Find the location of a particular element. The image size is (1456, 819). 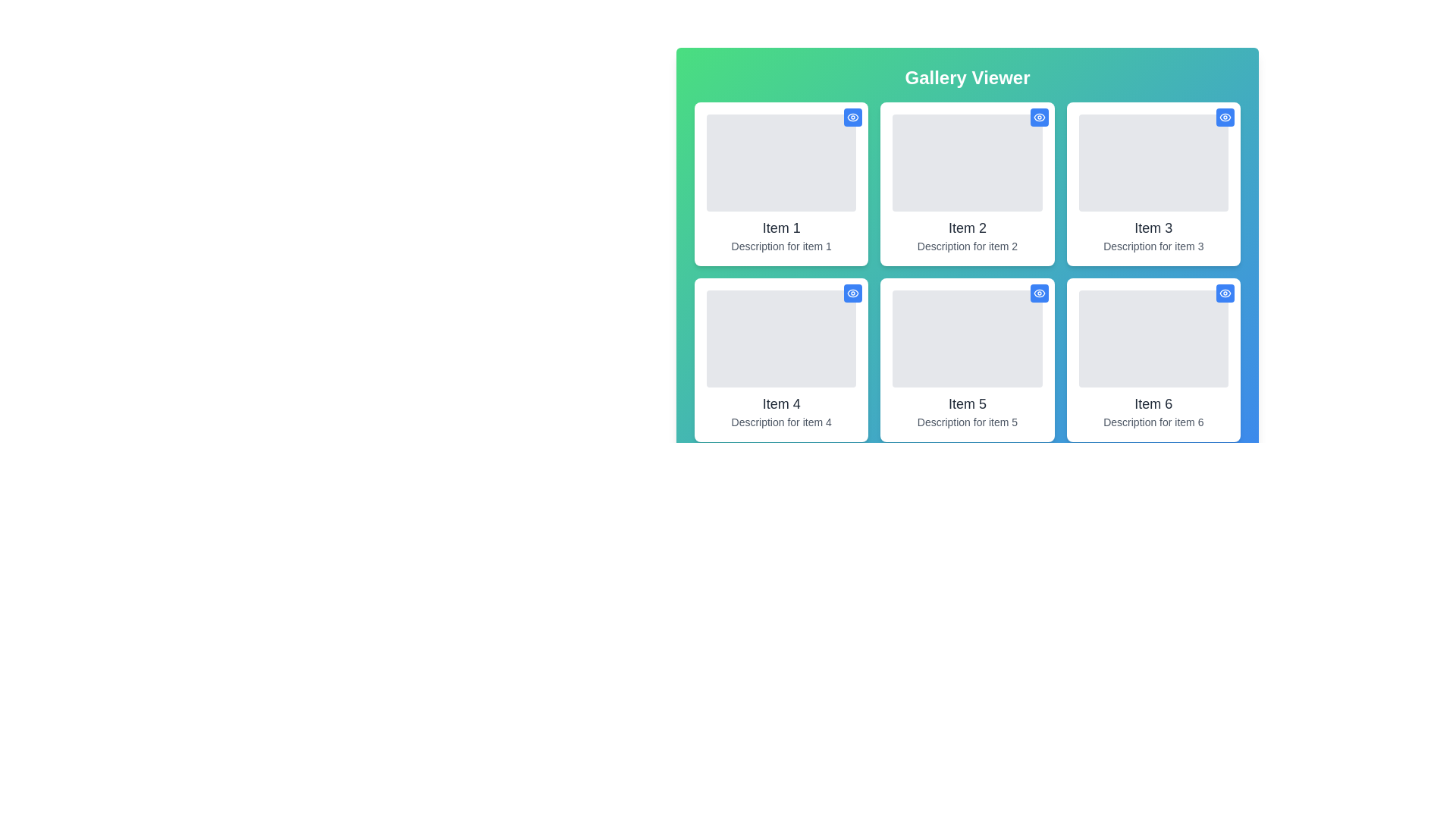

the static text label displaying 'Description for item 1', which is styled in a small gray font and located beneath 'Item 1' in the card interface is located at coordinates (781, 245).